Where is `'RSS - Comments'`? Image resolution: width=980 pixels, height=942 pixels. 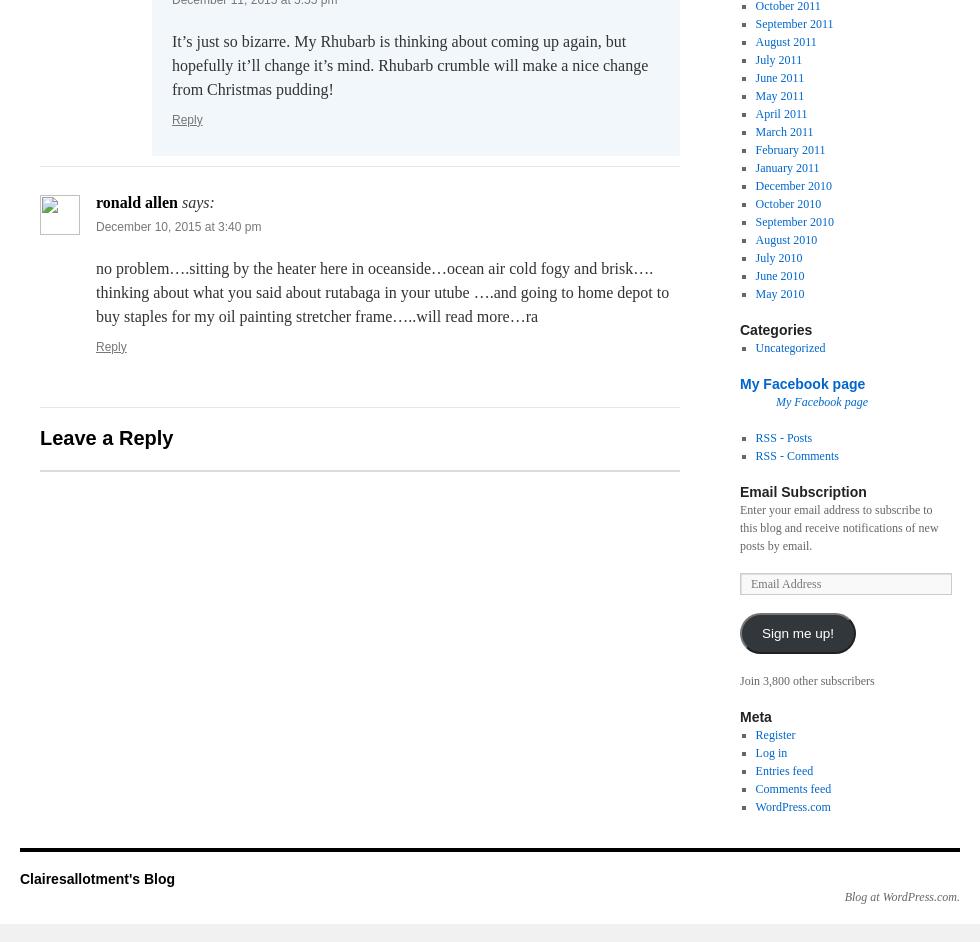
'RSS - Comments' is located at coordinates (754, 455).